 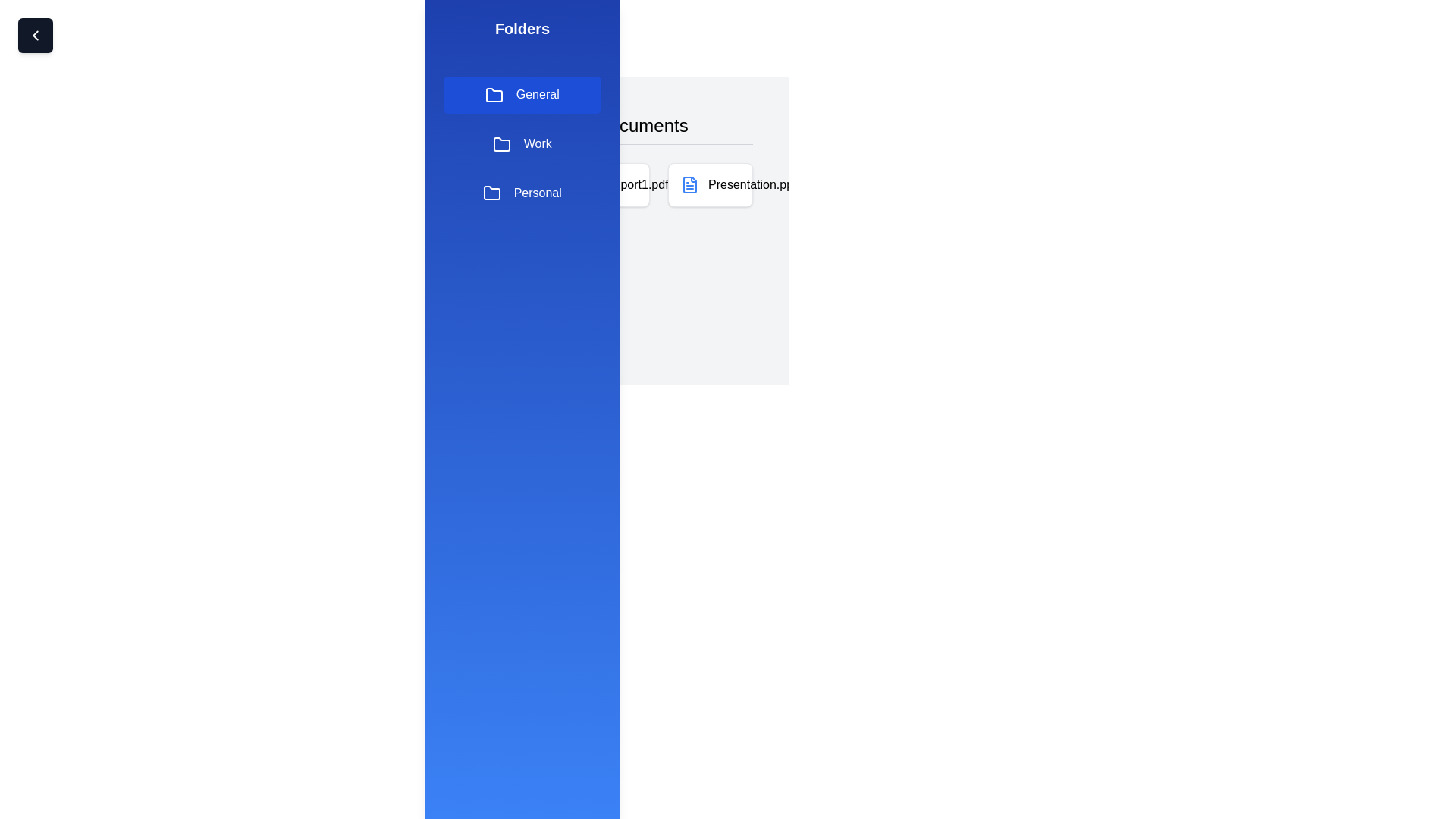 I want to click on the 'Personal' category button styled as a list item with an icon and text, so click(x=522, y=192).